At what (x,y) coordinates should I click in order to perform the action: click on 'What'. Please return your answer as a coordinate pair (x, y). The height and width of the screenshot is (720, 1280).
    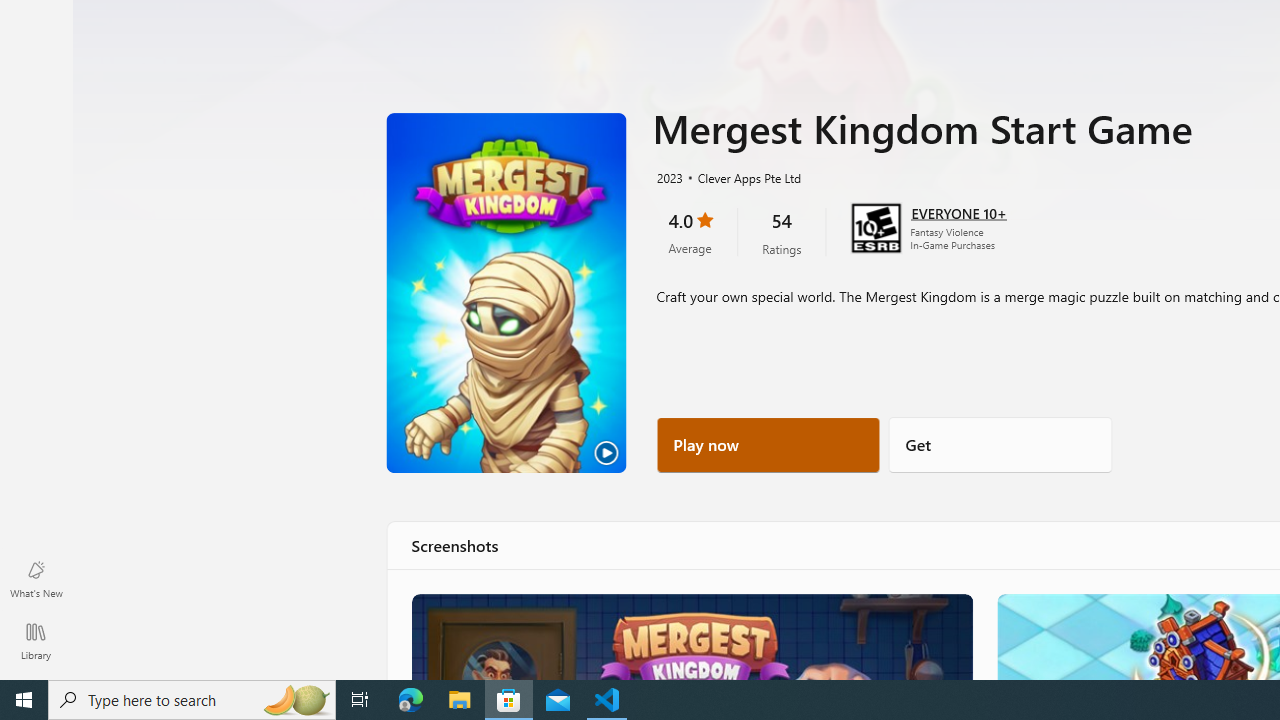
    Looking at the image, I should click on (35, 578).